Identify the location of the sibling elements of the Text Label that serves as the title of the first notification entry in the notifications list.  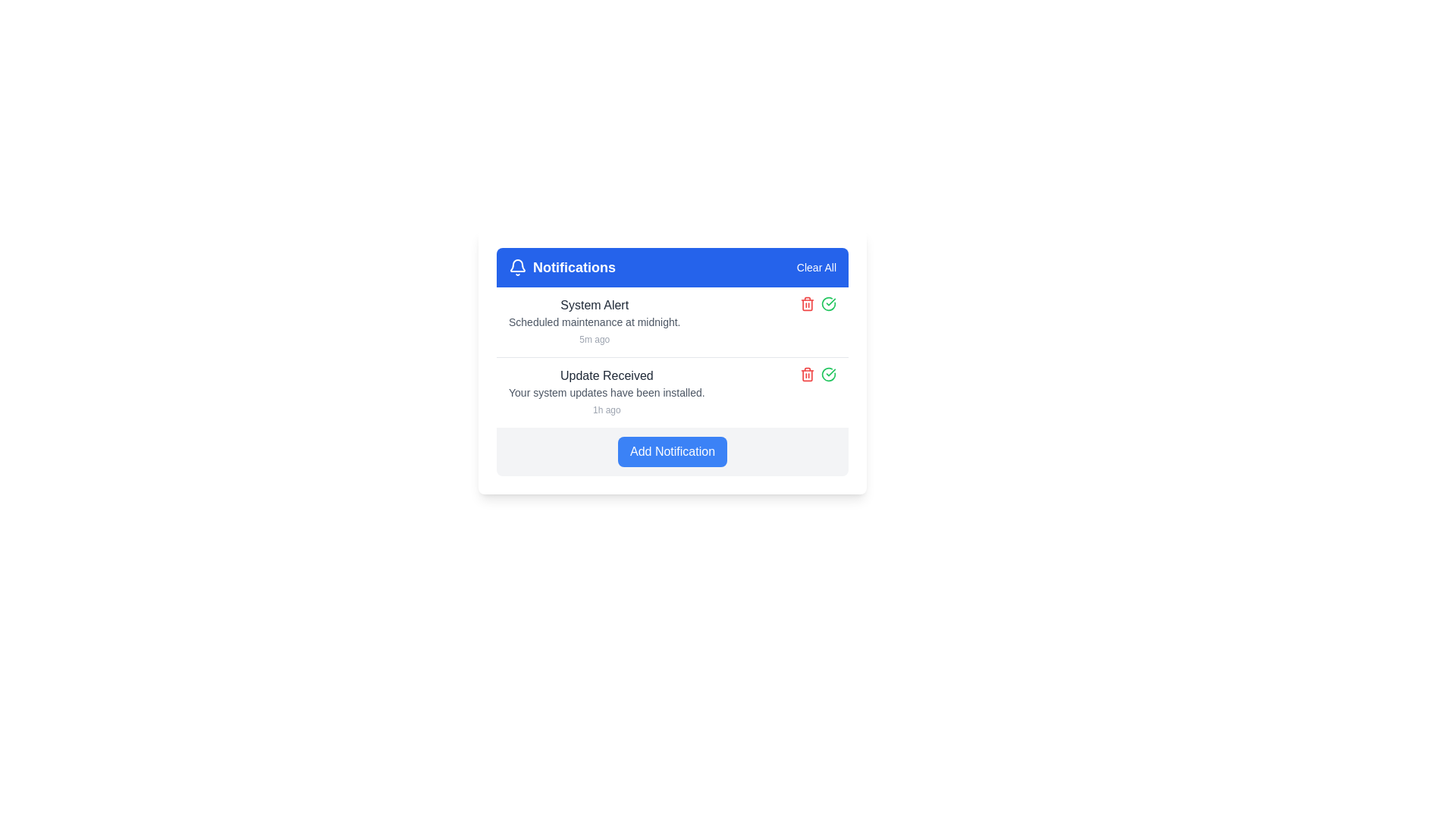
(594, 305).